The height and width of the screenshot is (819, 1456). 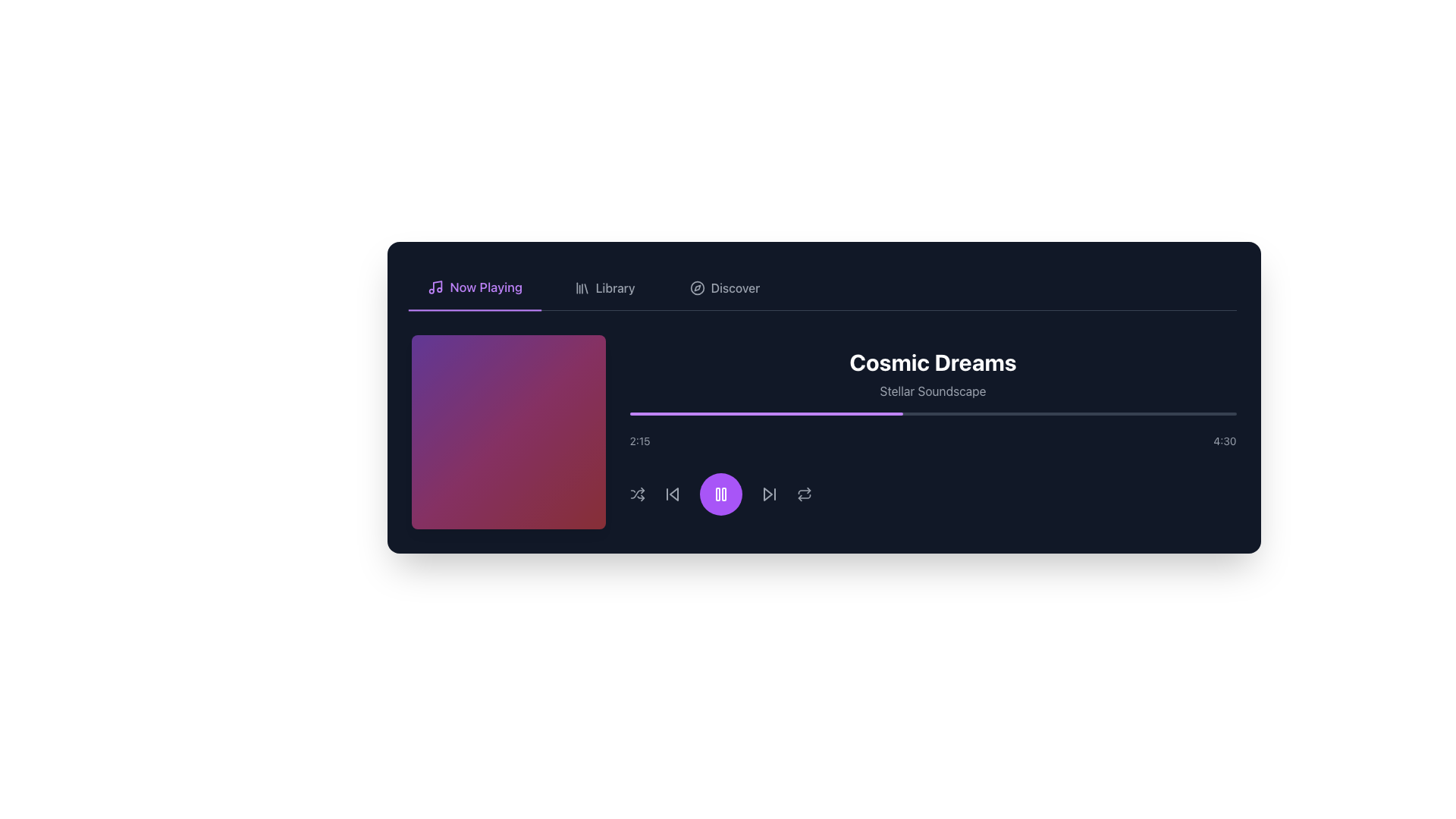 I want to click on the 'Now Playing' tab in the top-left section of the navigation bar, so click(x=474, y=288).